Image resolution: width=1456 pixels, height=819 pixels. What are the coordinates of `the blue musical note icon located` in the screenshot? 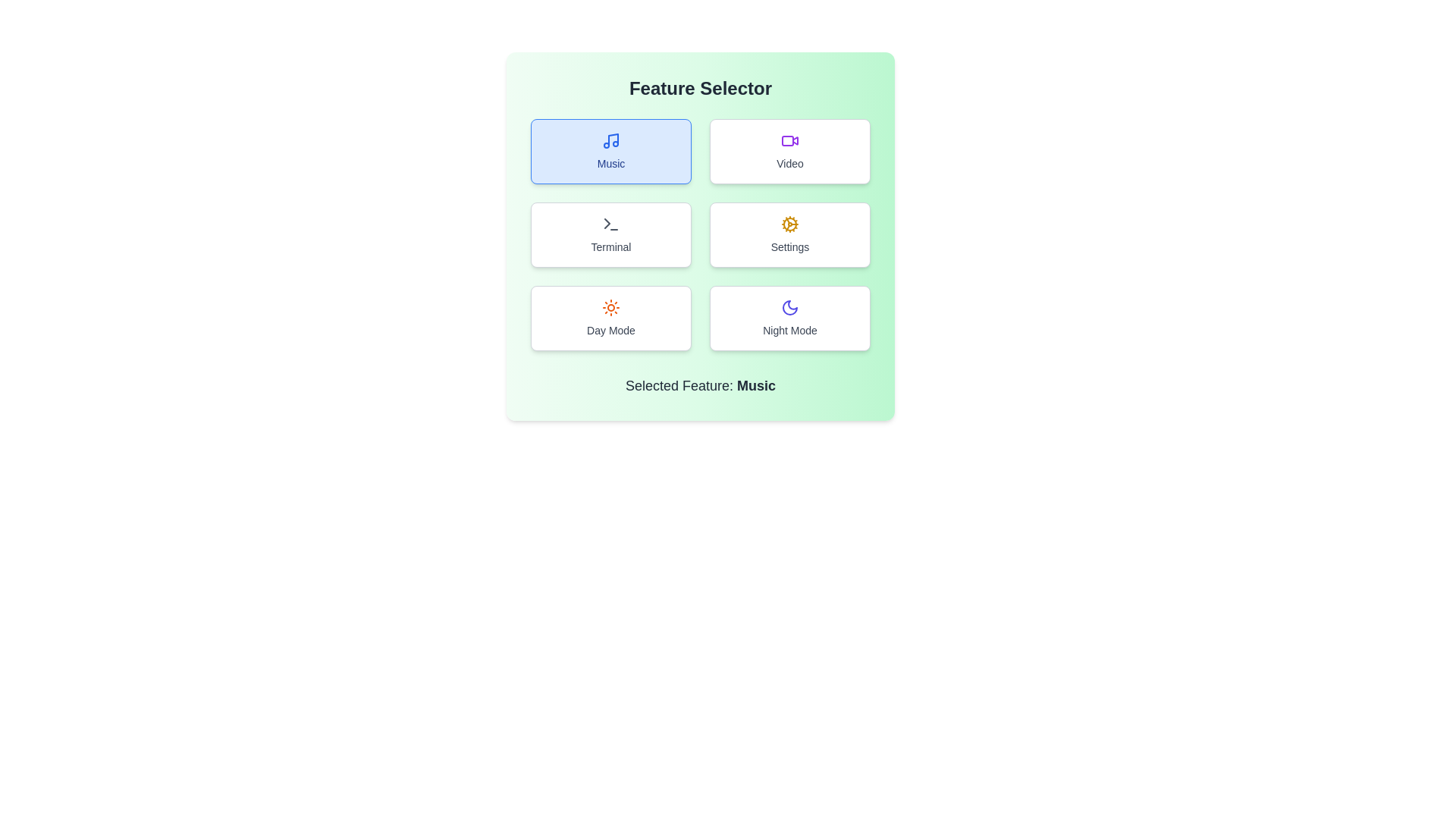 It's located at (611, 140).